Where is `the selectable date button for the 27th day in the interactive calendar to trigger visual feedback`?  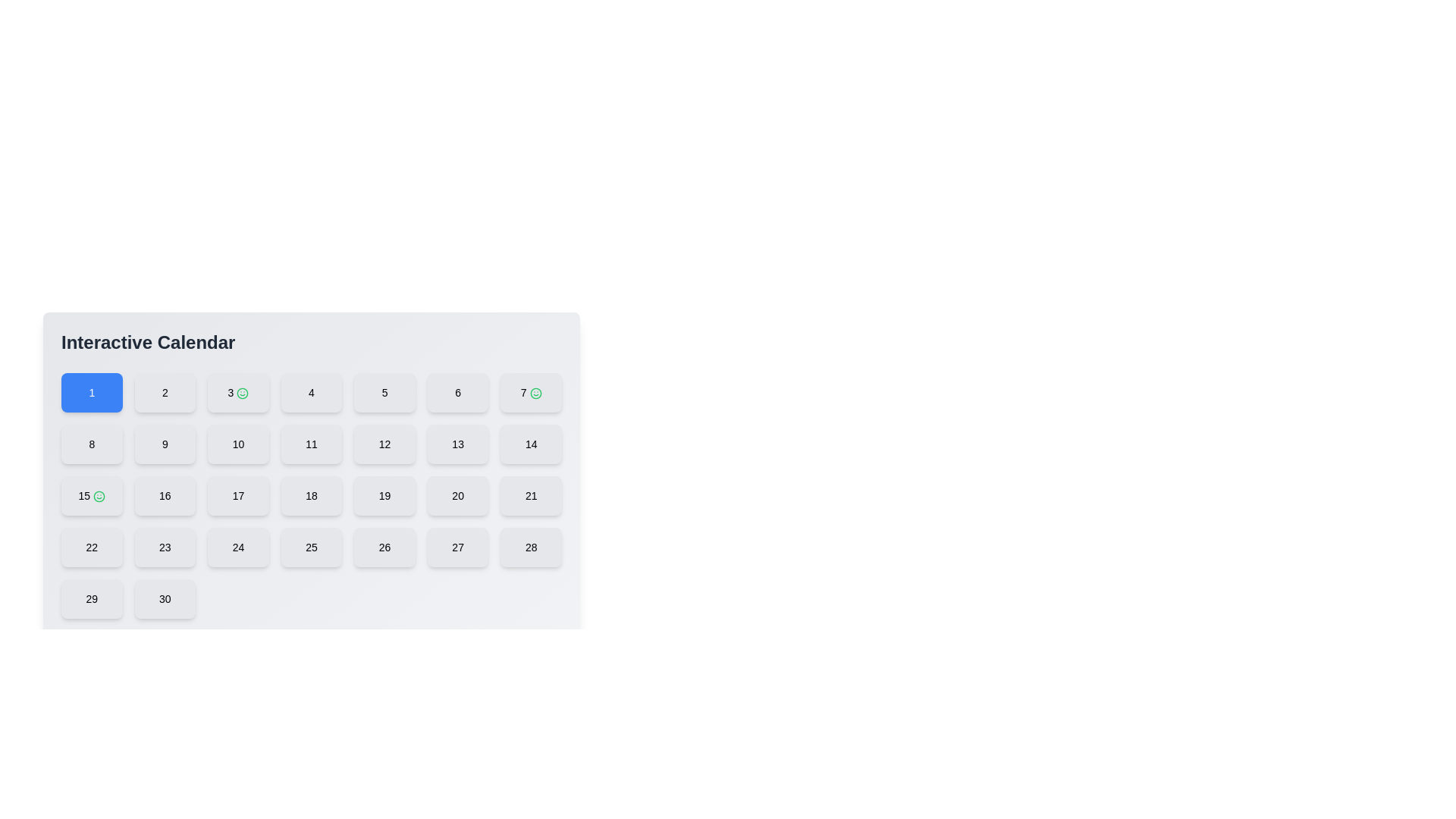
the selectable date button for the 27th day in the interactive calendar to trigger visual feedback is located at coordinates (457, 547).